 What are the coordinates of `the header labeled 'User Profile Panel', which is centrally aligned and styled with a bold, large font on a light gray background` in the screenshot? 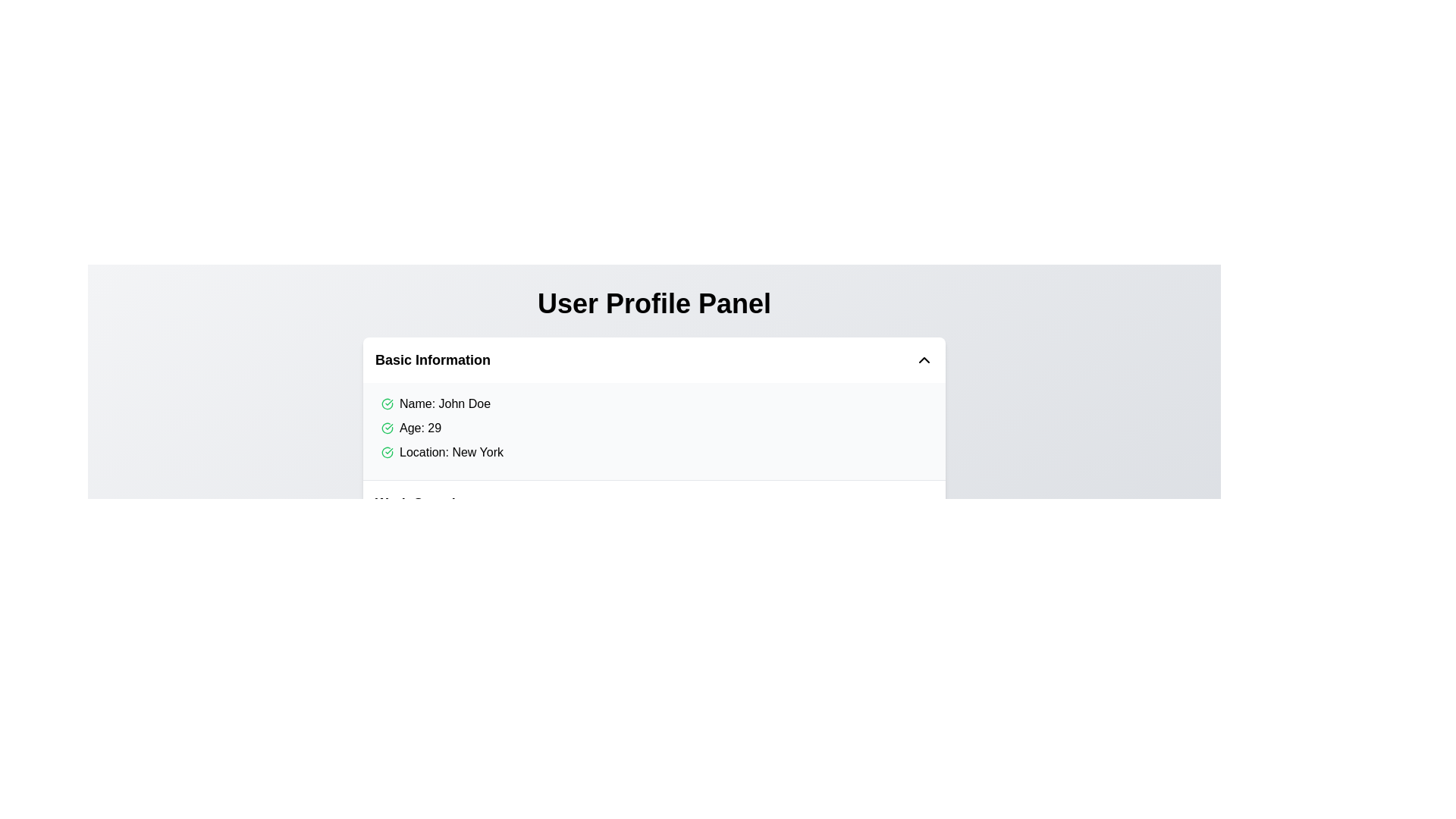 It's located at (654, 304).